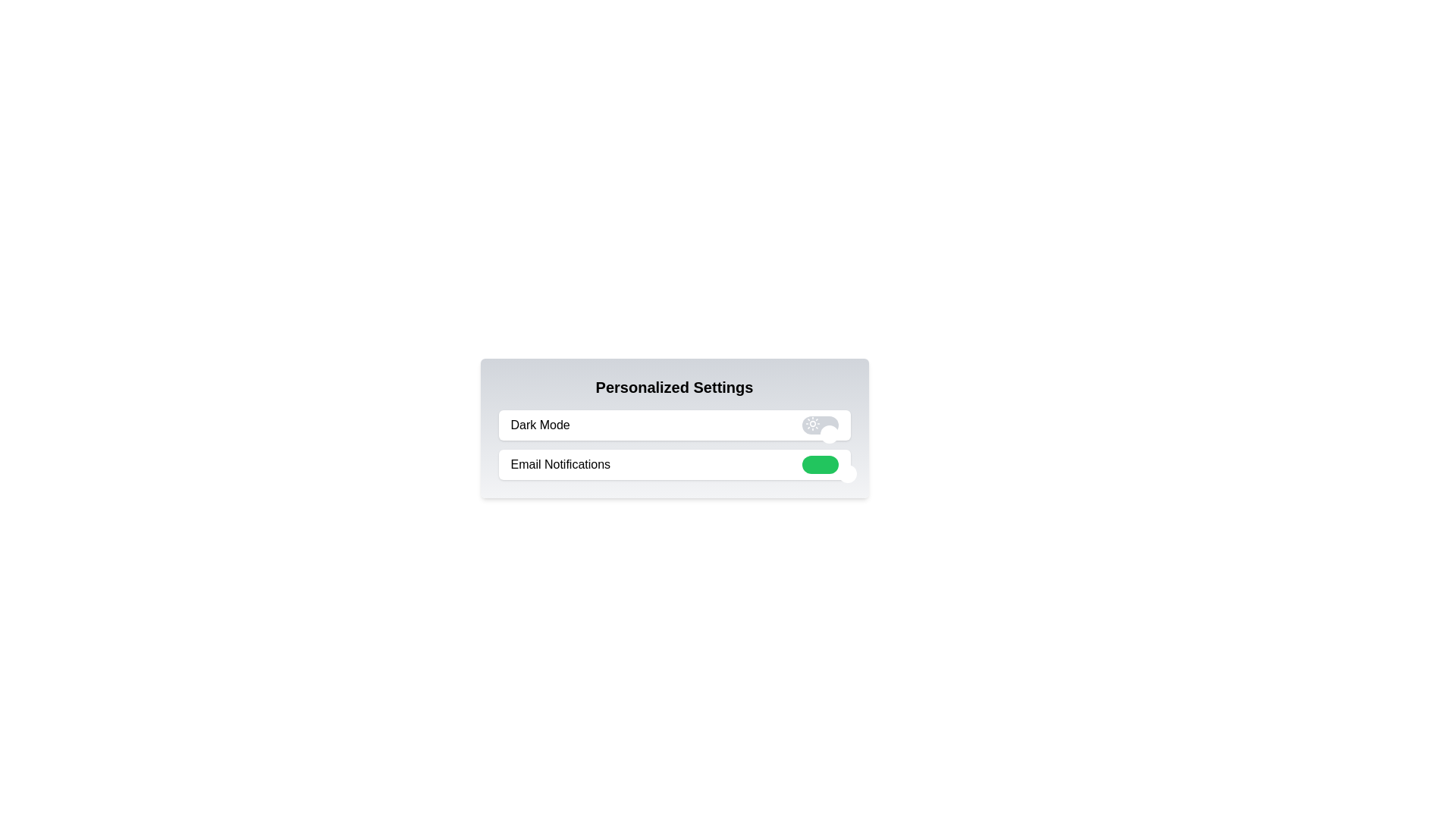 This screenshot has height=819, width=1456. Describe the element at coordinates (819, 425) in the screenshot. I see `the 'Dark Mode' toggle switch to change its state` at that location.